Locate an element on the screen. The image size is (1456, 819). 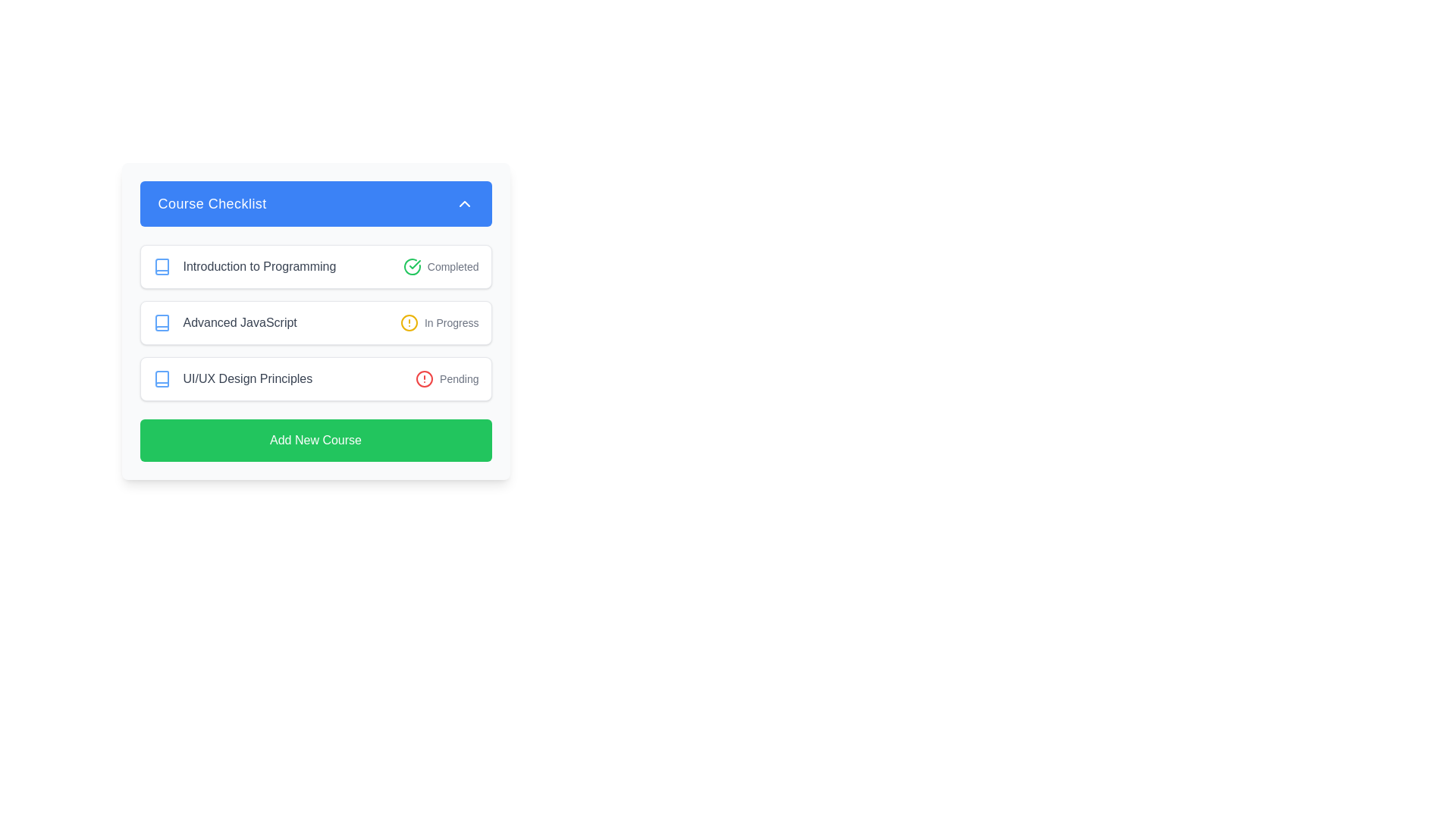
the toggle button at the top of the checklist interface is located at coordinates (315, 203).